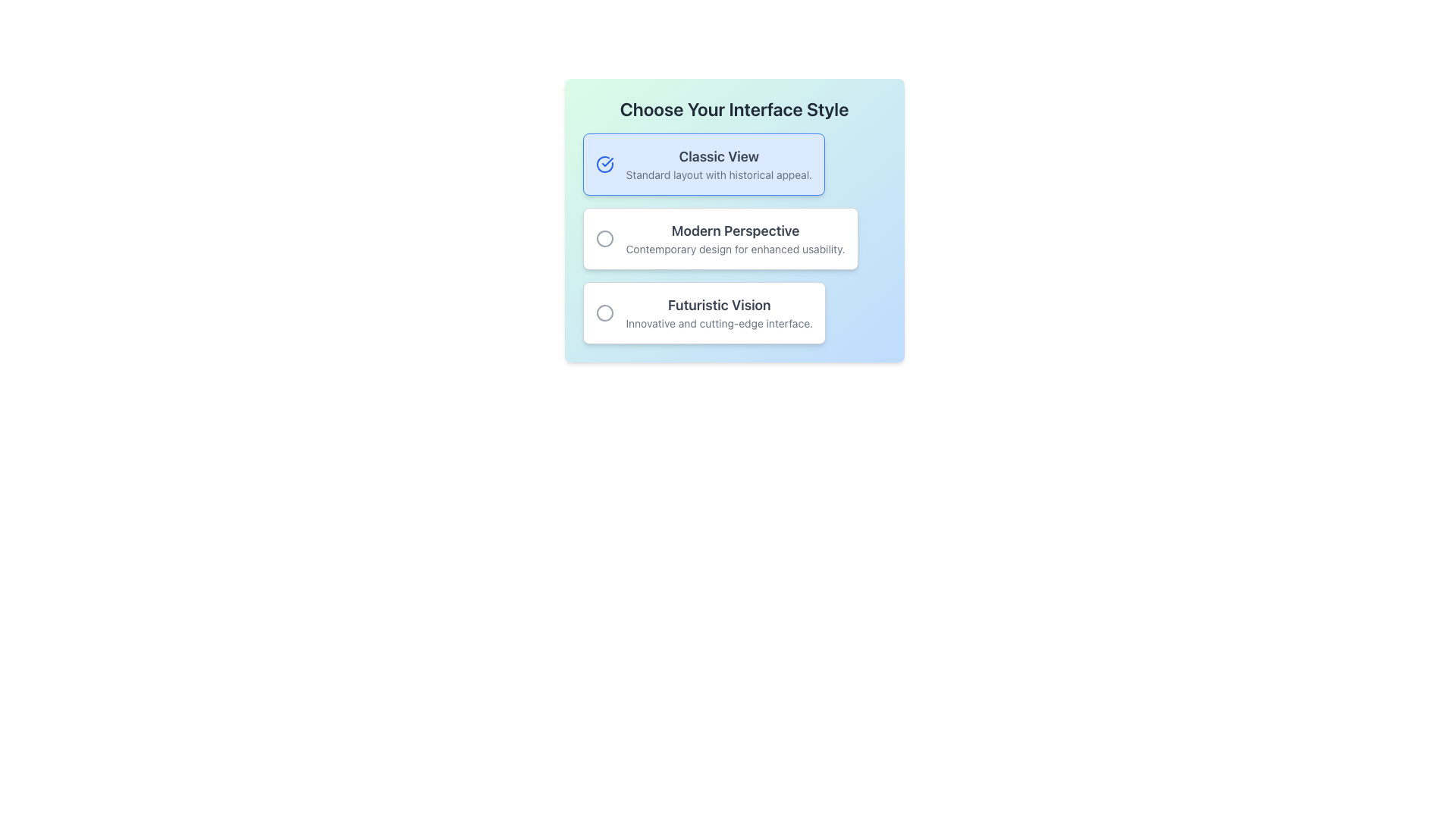  What do you see at coordinates (734, 220) in the screenshot?
I see `the 'Modern Perspective' radio button option, which is the second selectable option under 'Choose Your Interface Style'` at bounding box center [734, 220].